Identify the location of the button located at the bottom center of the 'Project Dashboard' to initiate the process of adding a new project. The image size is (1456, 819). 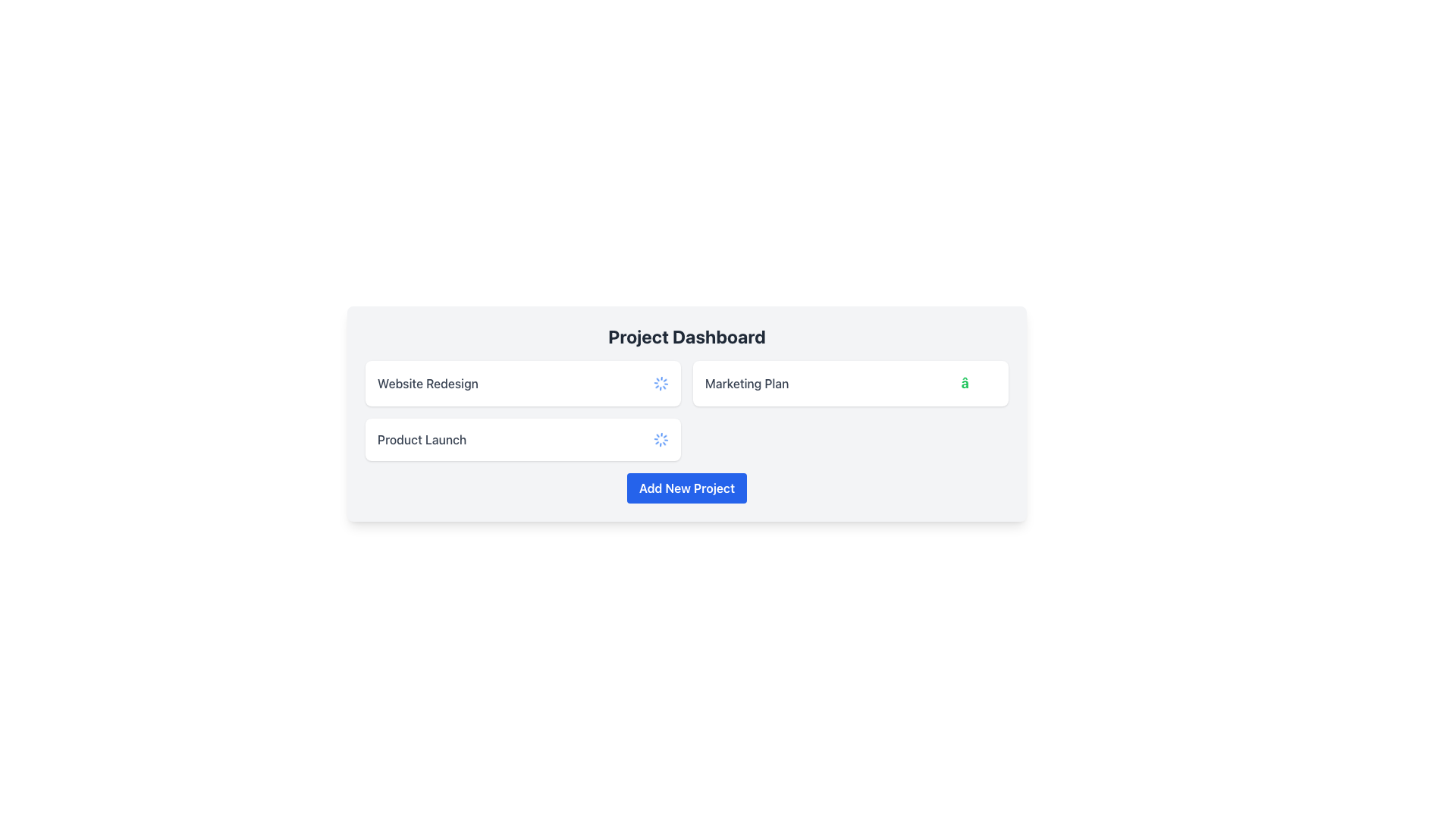
(686, 488).